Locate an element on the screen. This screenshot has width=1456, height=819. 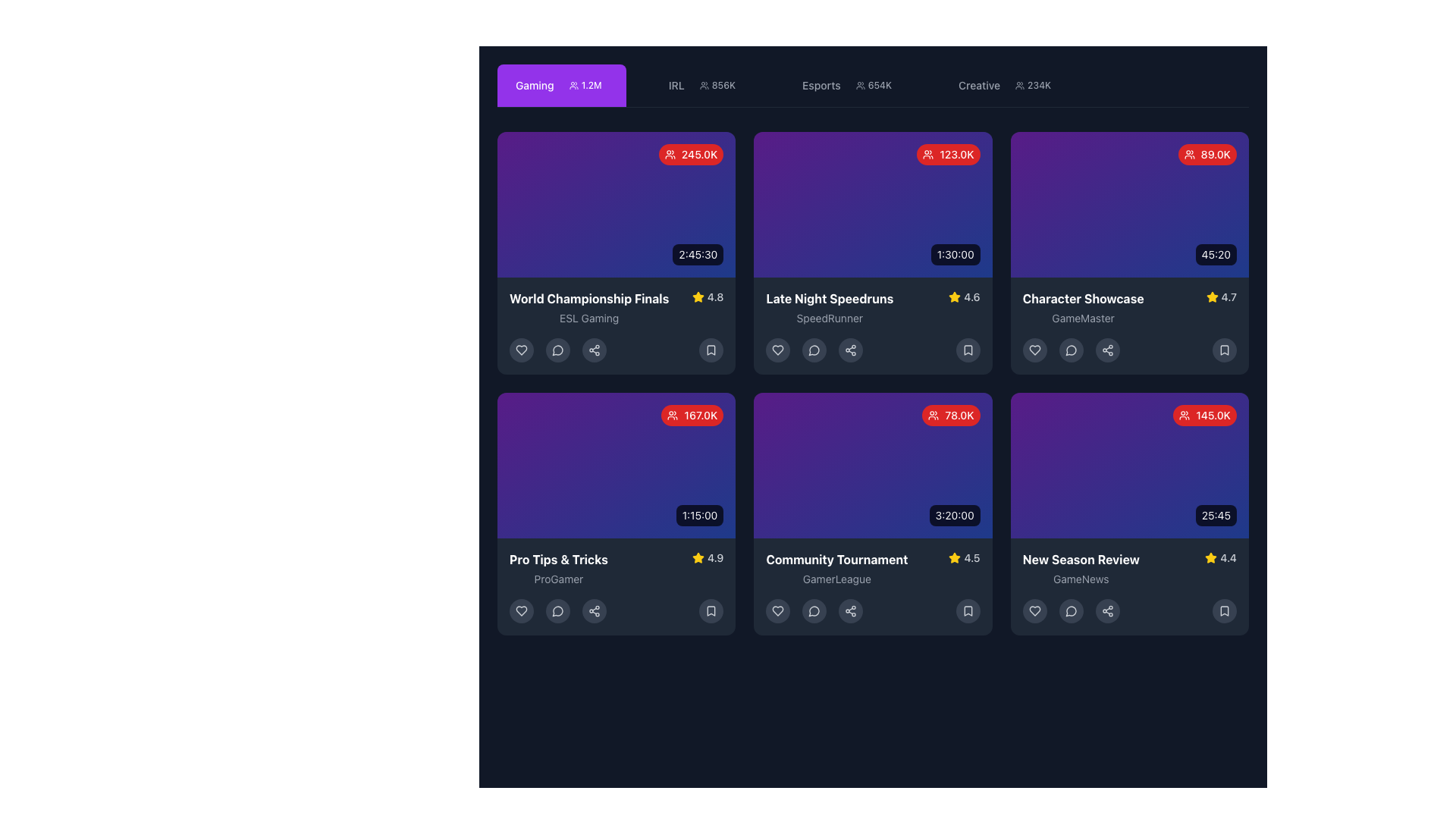
text label displaying '89.0K' located in the top-right corner of the 'Character Showcase' card, which has a red background and is styled with a medium font weight is located at coordinates (1216, 155).